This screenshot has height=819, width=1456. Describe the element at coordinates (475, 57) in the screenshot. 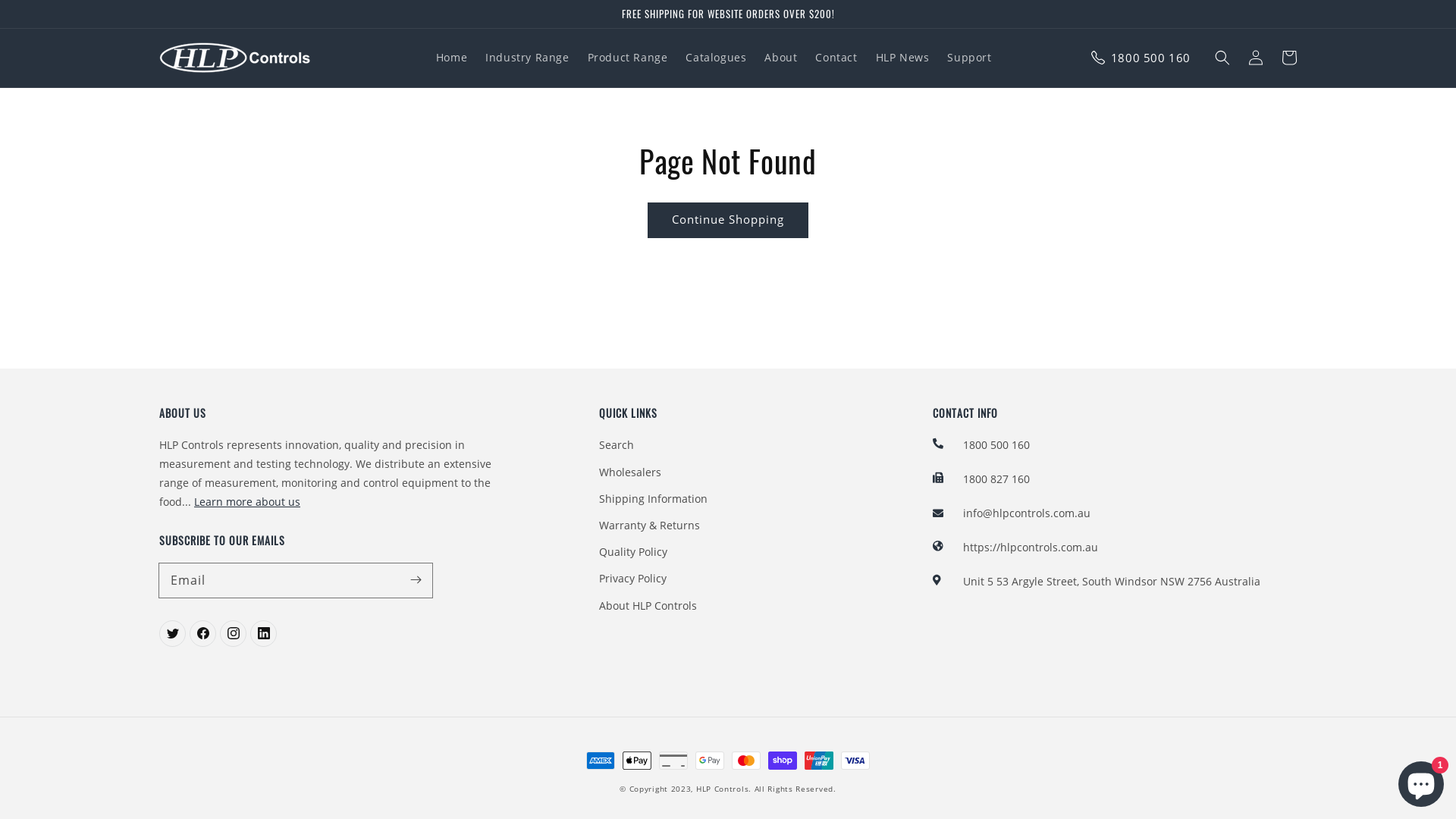

I see `'Industry Range'` at that location.